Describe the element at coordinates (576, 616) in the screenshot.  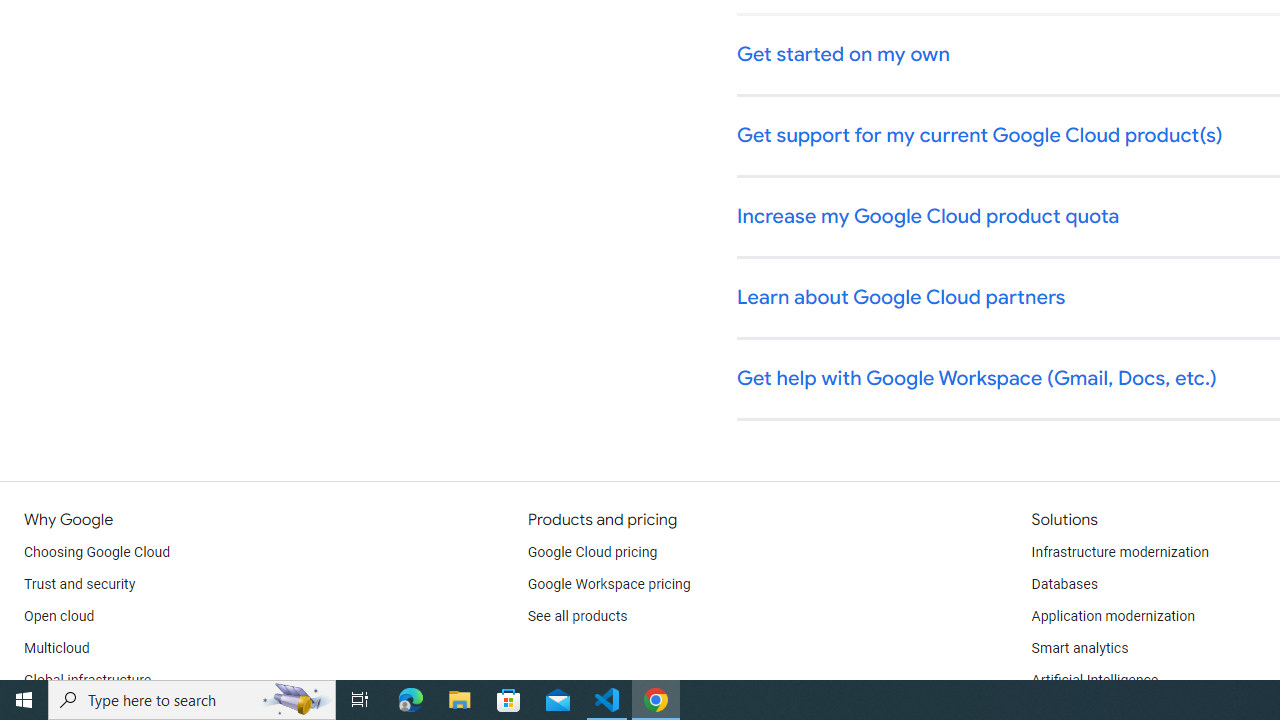
I see `'See all products'` at that location.